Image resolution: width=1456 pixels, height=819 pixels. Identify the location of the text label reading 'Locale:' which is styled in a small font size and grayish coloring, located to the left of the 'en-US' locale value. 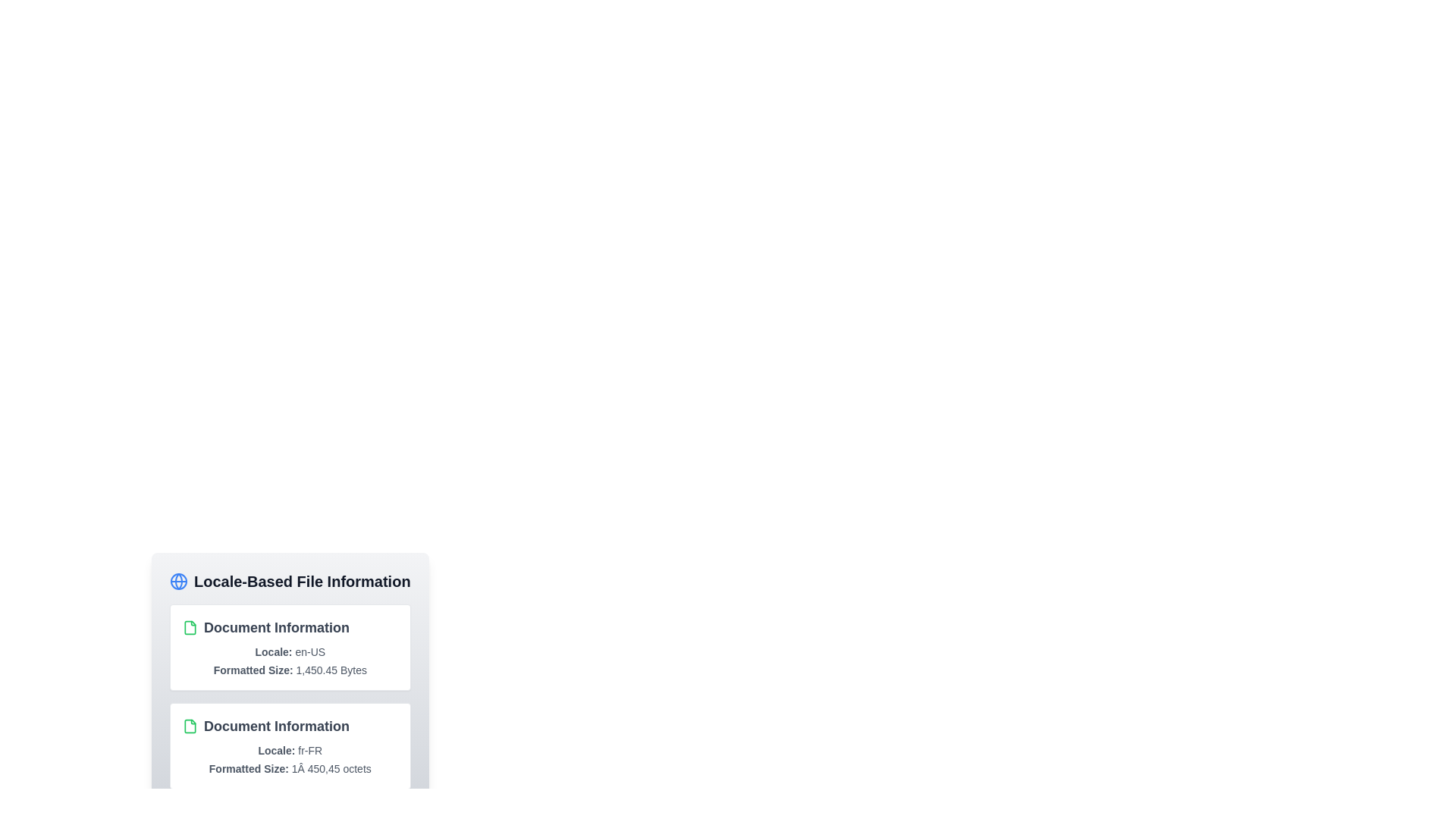
(273, 651).